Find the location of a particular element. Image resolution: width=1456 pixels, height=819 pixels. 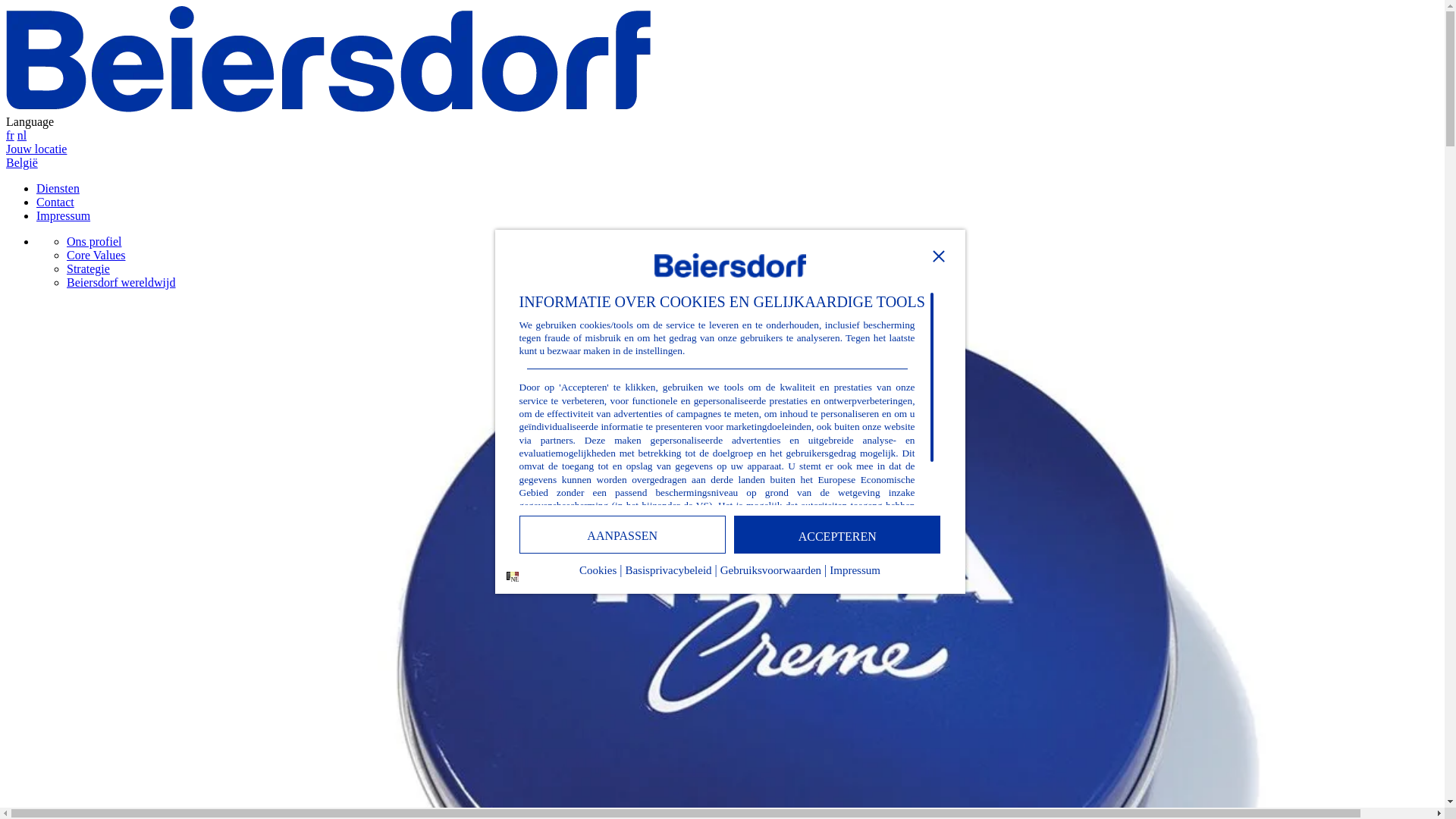

'nl' is located at coordinates (21, 134).